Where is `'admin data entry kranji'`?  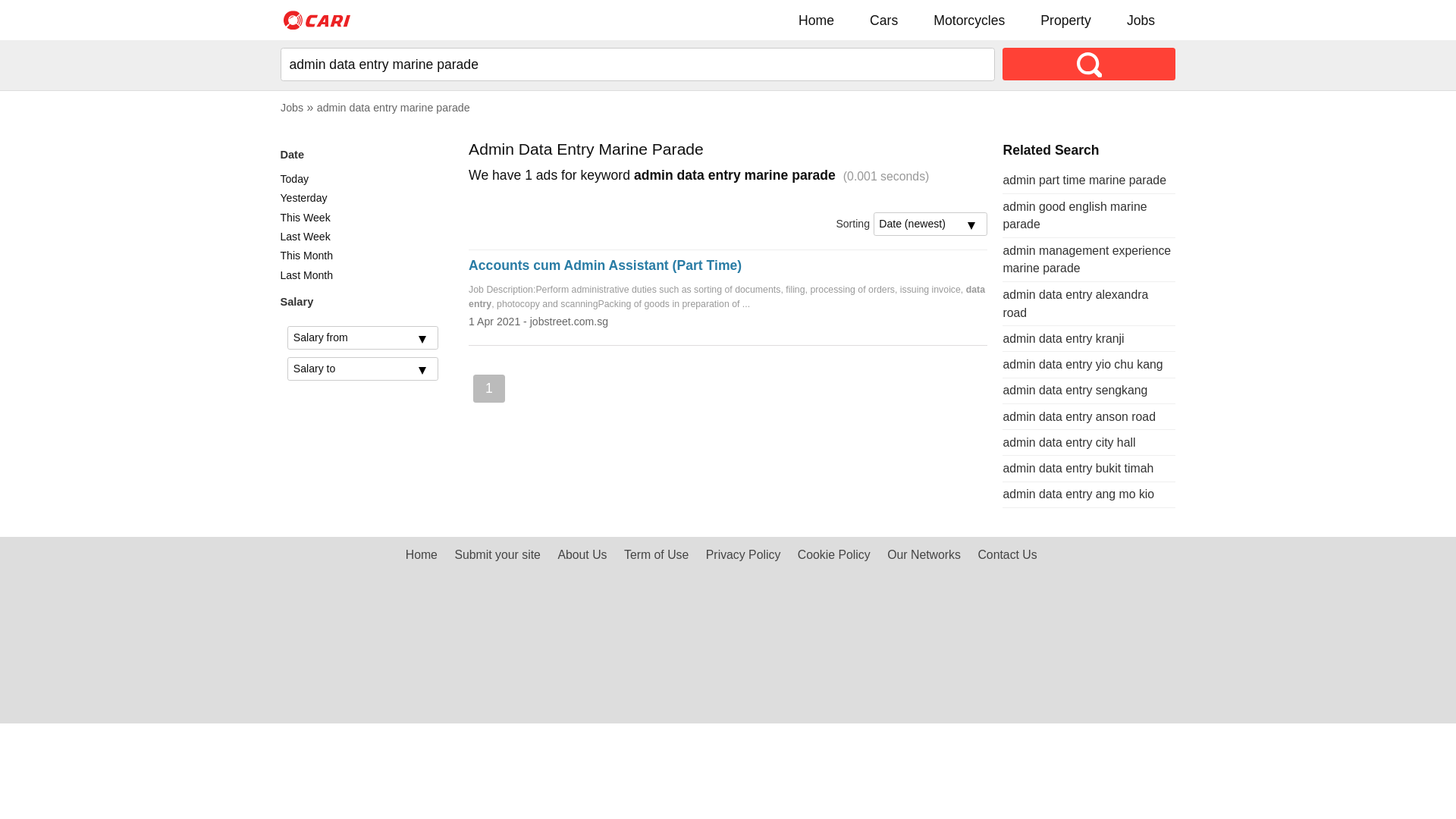
'admin data entry kranji' is located at coordinates (1062, 337).